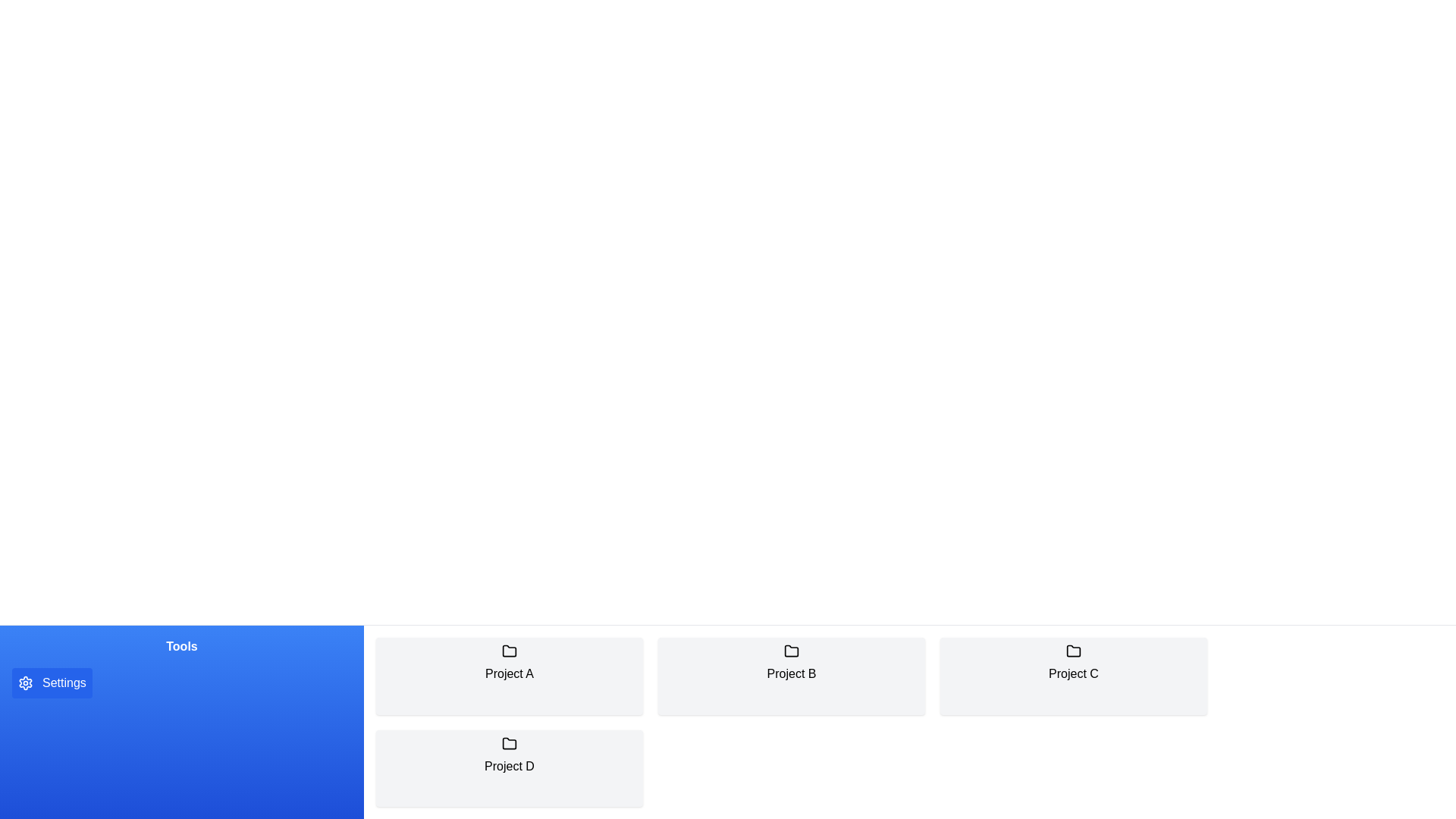 The height and width of the screenshot is (819, 1456). I want to click on the 'Project D' card, which is the fourth card in a group of four cards labeled 'Project A', 'Project B', 'Project C', and 'Project D', so click(510, 768).